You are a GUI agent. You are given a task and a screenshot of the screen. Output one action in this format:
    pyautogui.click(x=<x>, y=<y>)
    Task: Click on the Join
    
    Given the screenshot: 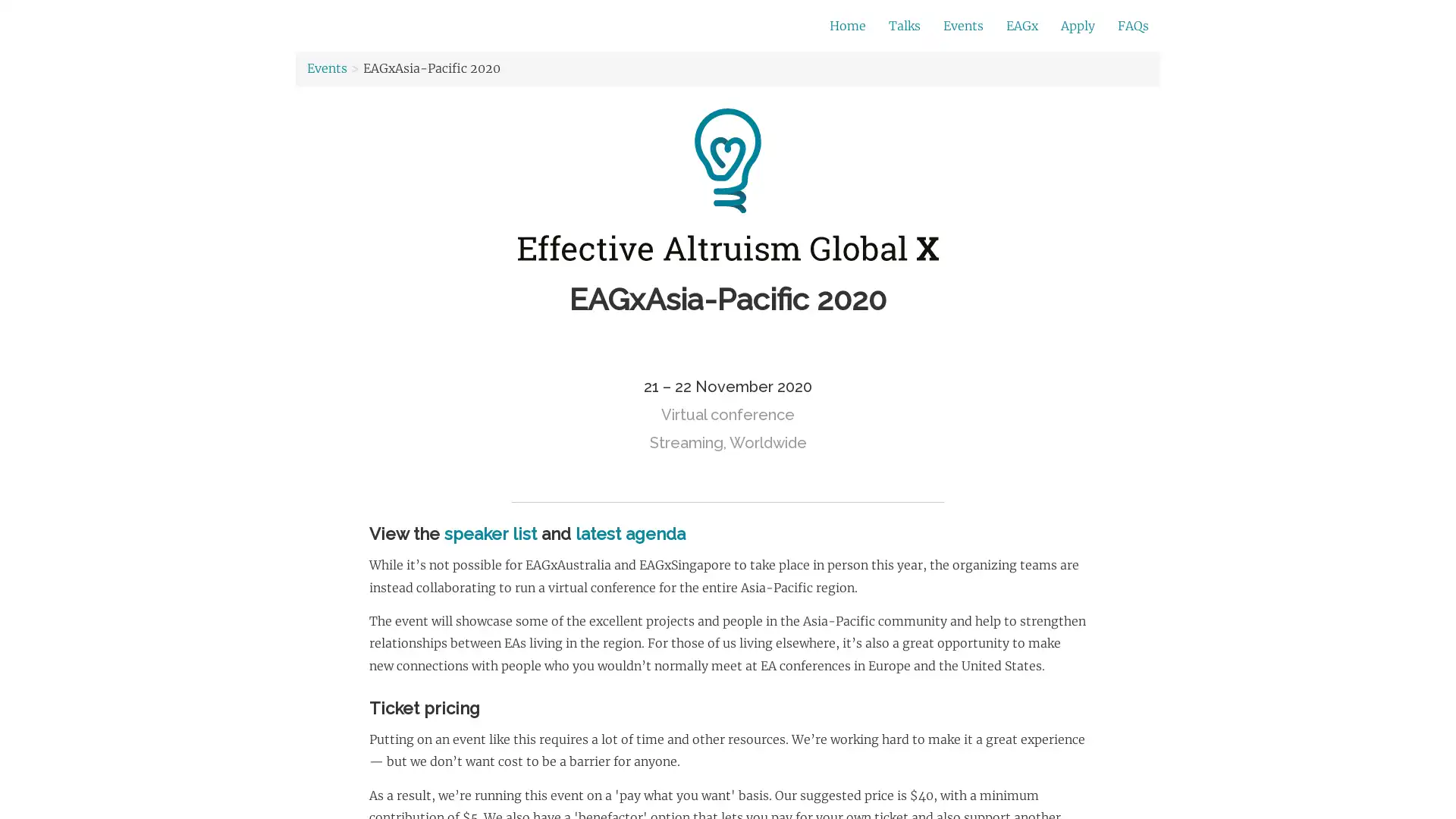 What is the action you would take?
    pyautogui.click(x=993, y=27)
    